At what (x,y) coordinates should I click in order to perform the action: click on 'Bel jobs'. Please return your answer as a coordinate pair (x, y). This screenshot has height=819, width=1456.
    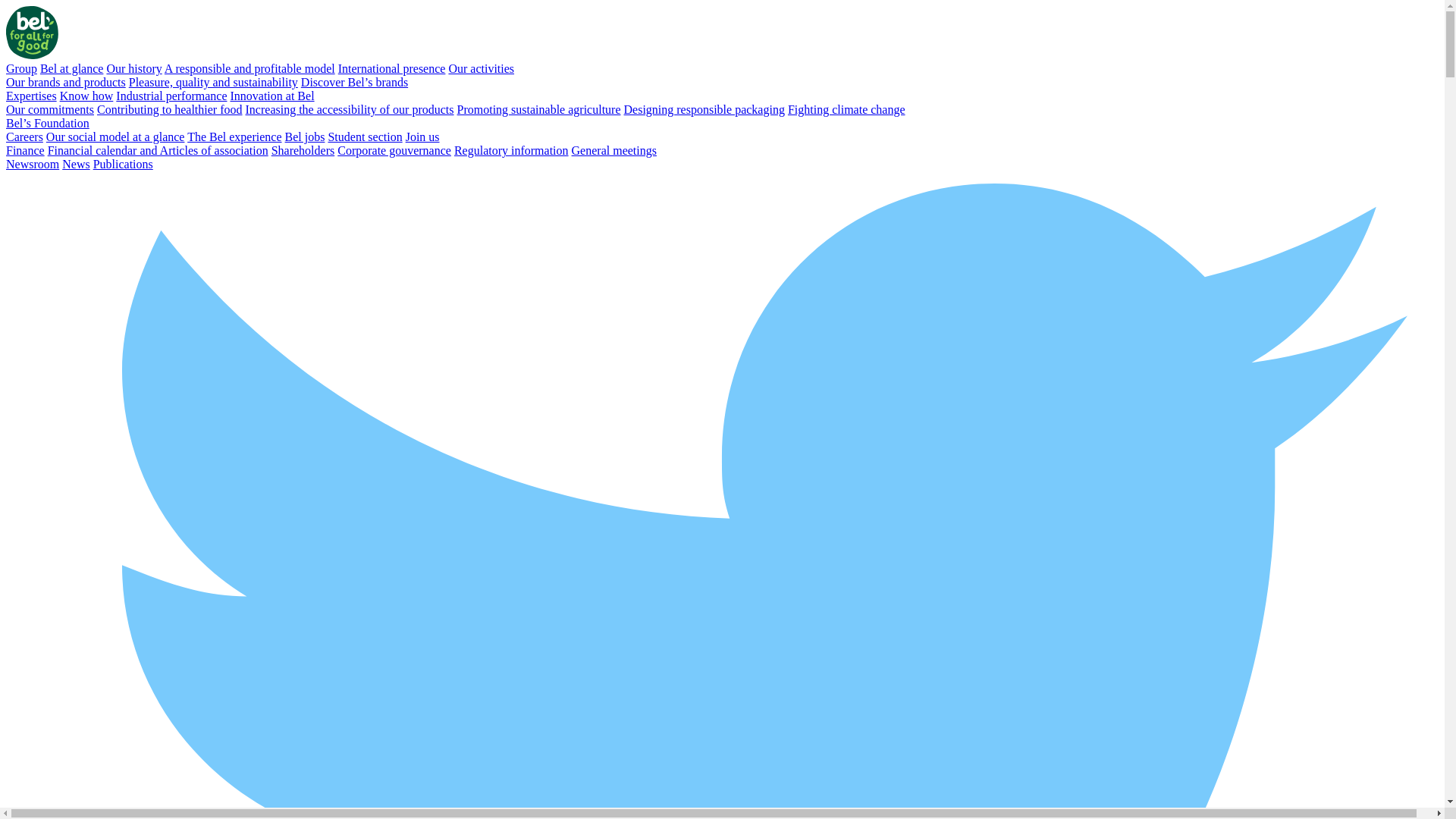
    Looking at the image, I should click on (304, 136).